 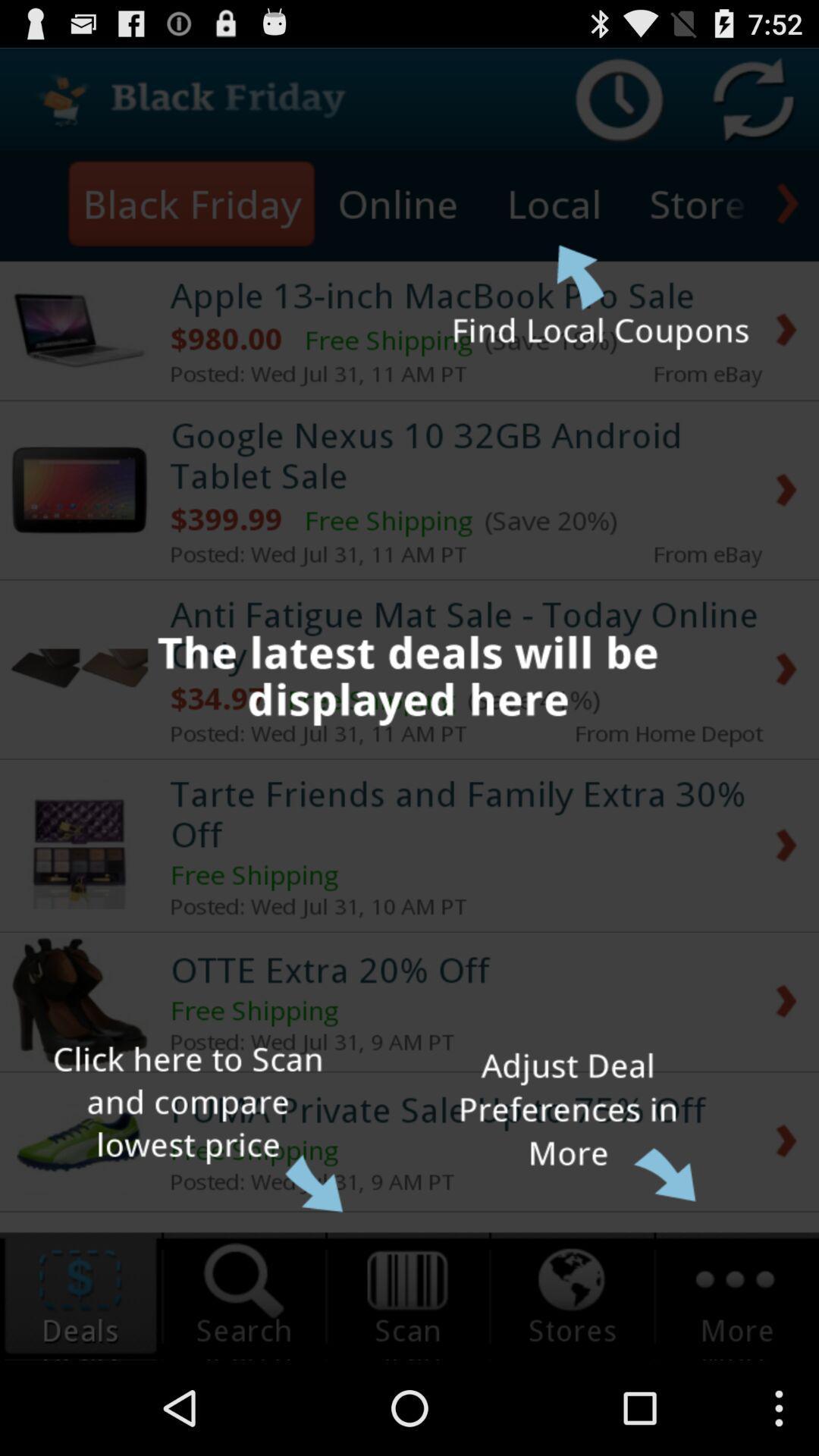 I want to click on the item at the center, so click(x=409, y=703).